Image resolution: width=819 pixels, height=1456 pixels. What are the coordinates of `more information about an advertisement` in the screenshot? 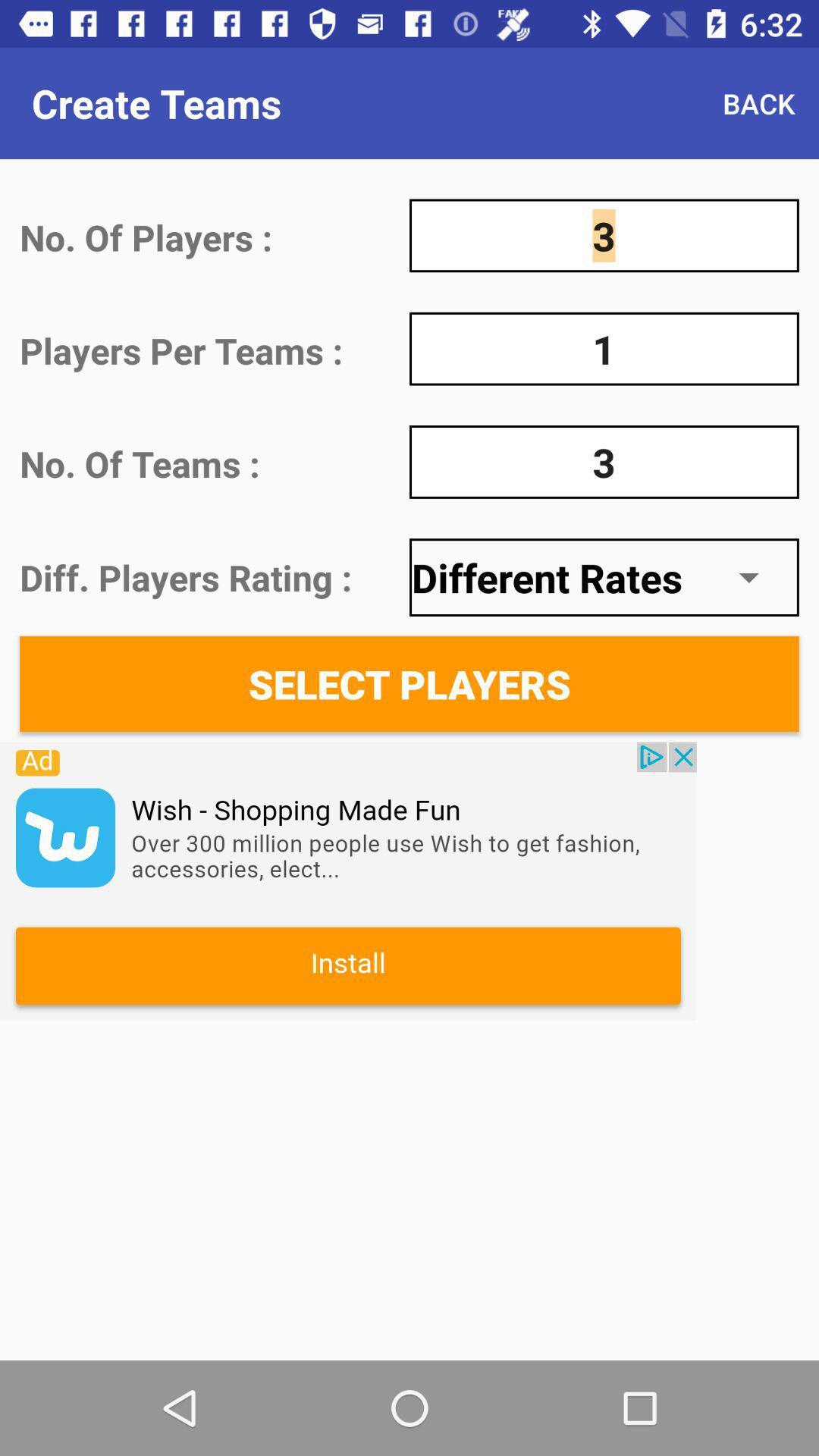 It's located at (348, 881).